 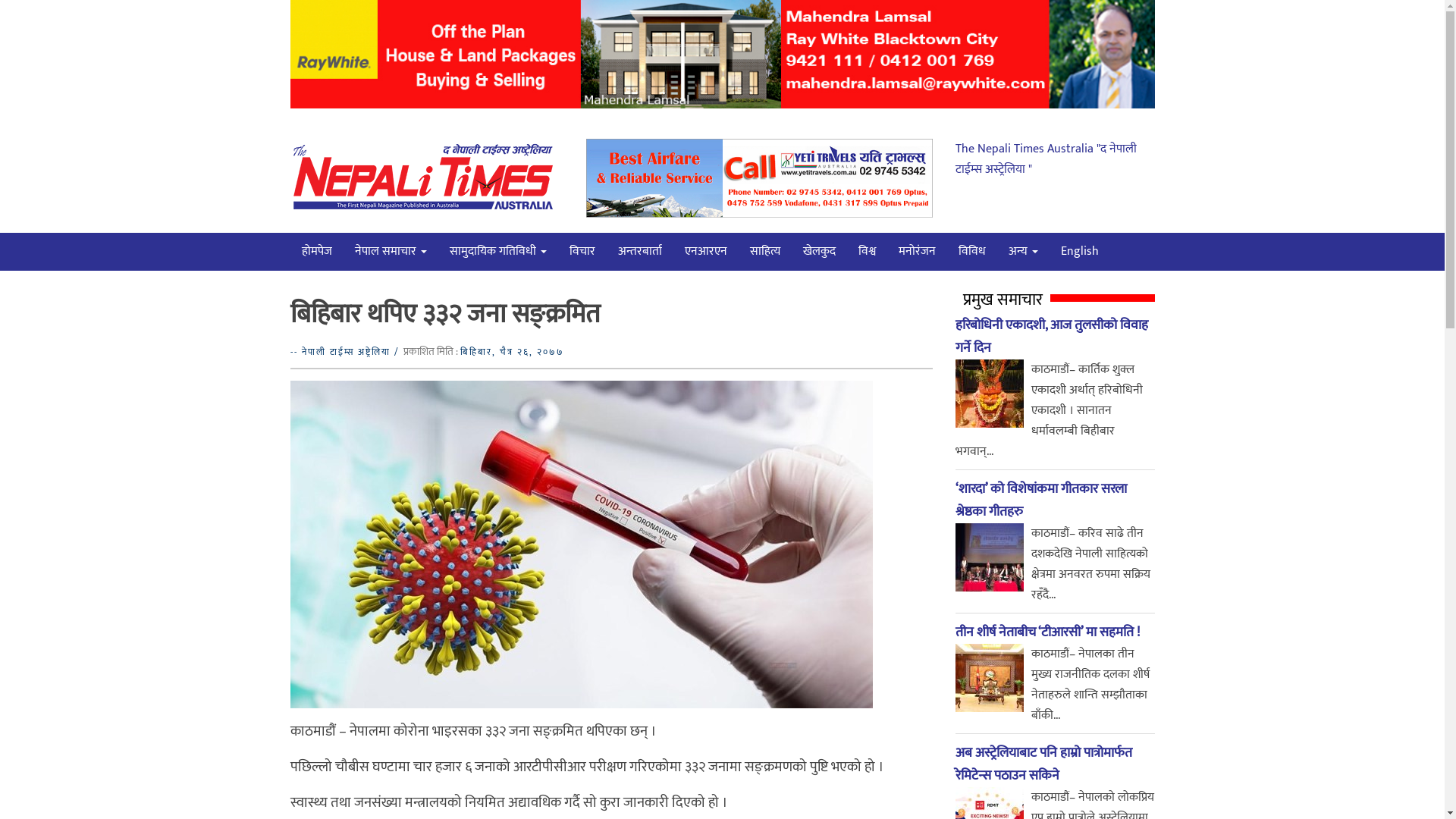 I want to click on 'English', so click(x=1079, y=250).